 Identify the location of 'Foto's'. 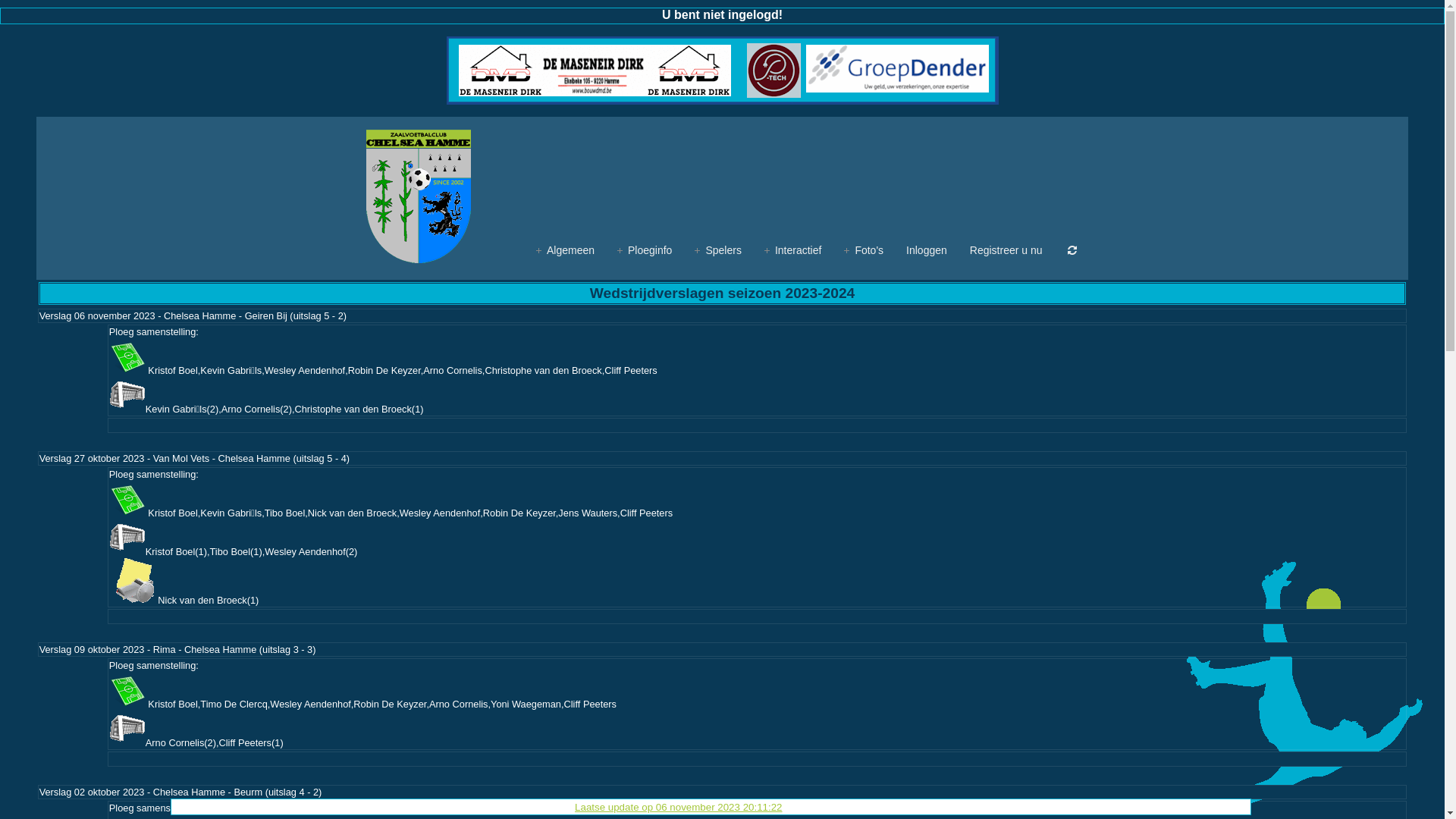
(863, 249).